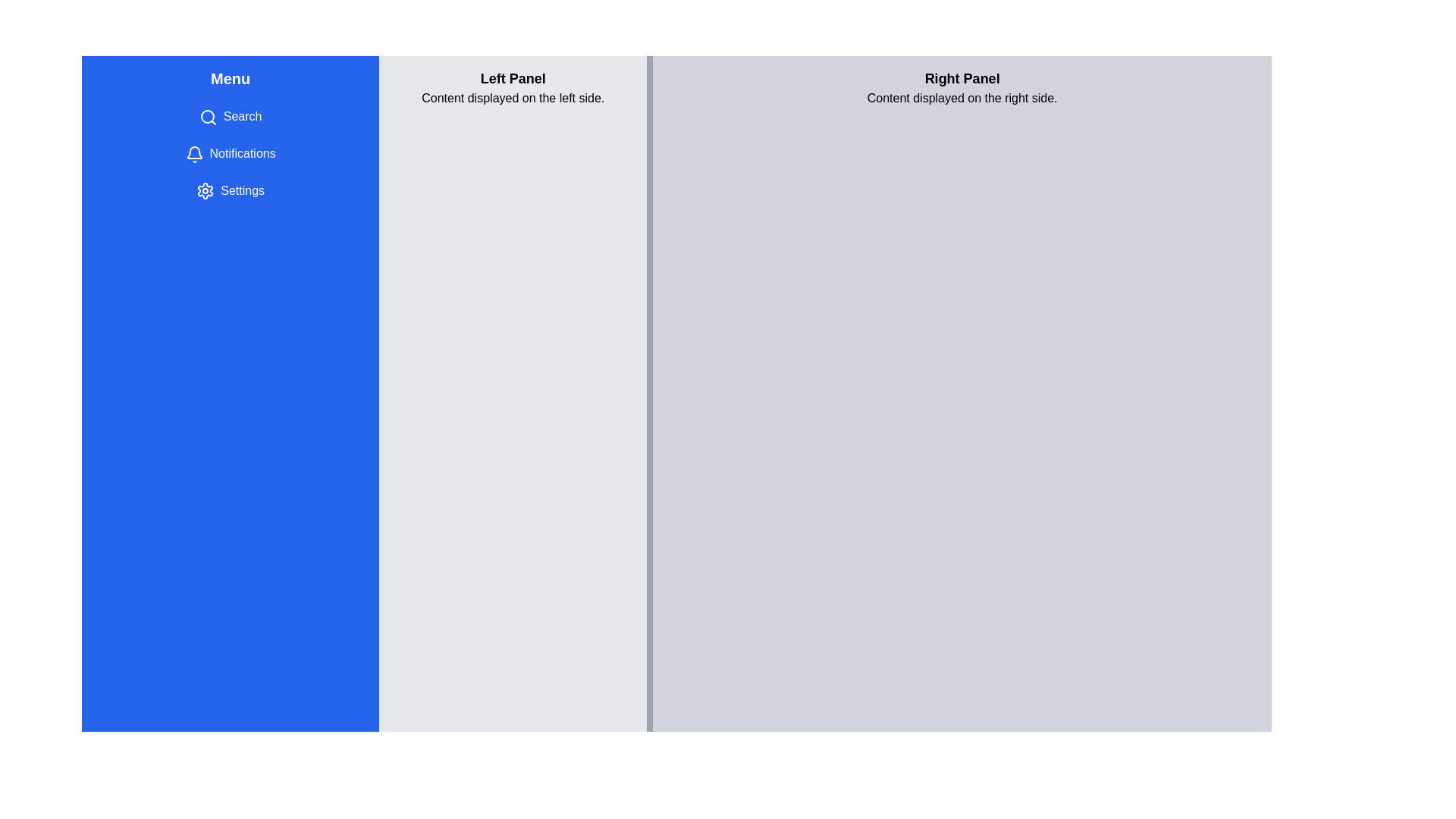 The width and height of the screenshot is (1456, 819). Describe the element at coordinates (513, 99) in the screenshot. I see `the text label displaying 'Content displayed on the left side.' located under the 'Left Panel' in the left column of the interface` at that location.